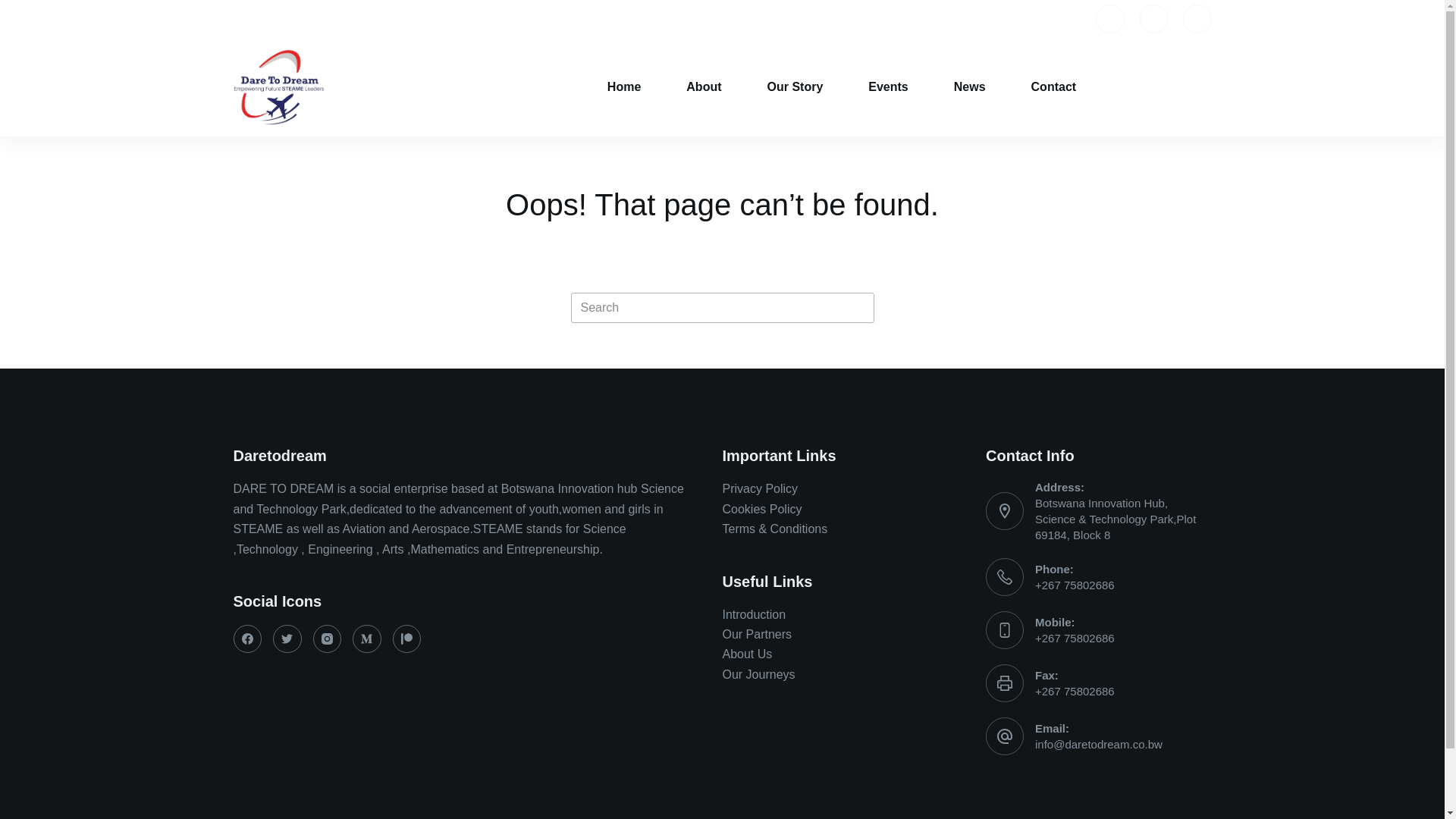 This screenshot has width=1456, height=819. What do you see at coordinates (584, 87) in the screenshot?
I see `'Home'` at bounding box center [584, 87].